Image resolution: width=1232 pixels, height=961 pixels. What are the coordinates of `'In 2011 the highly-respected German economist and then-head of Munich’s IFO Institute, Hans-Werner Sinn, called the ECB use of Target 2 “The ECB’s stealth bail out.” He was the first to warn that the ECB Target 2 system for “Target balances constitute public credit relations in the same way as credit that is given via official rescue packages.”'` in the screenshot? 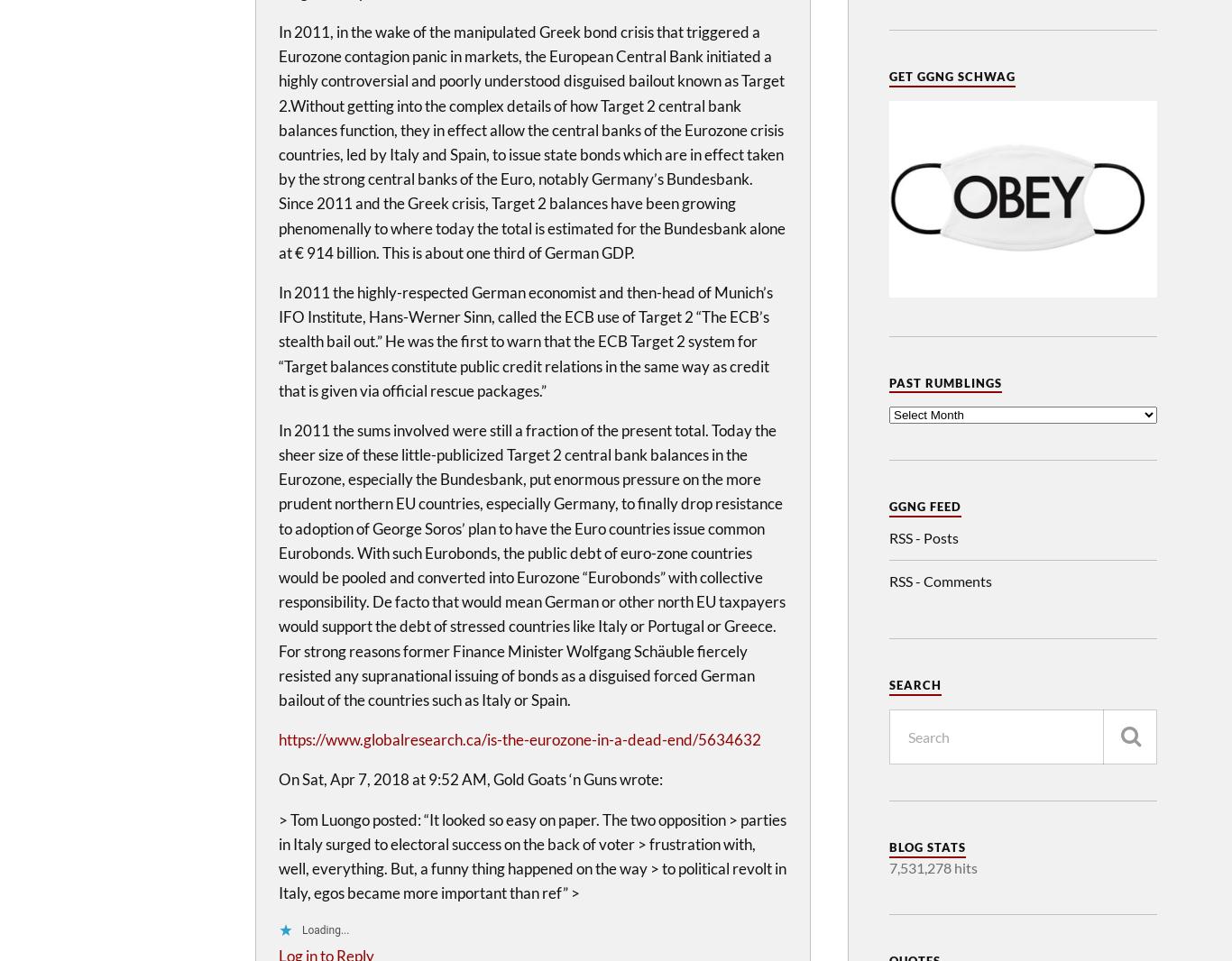 It's located at (278, 341).